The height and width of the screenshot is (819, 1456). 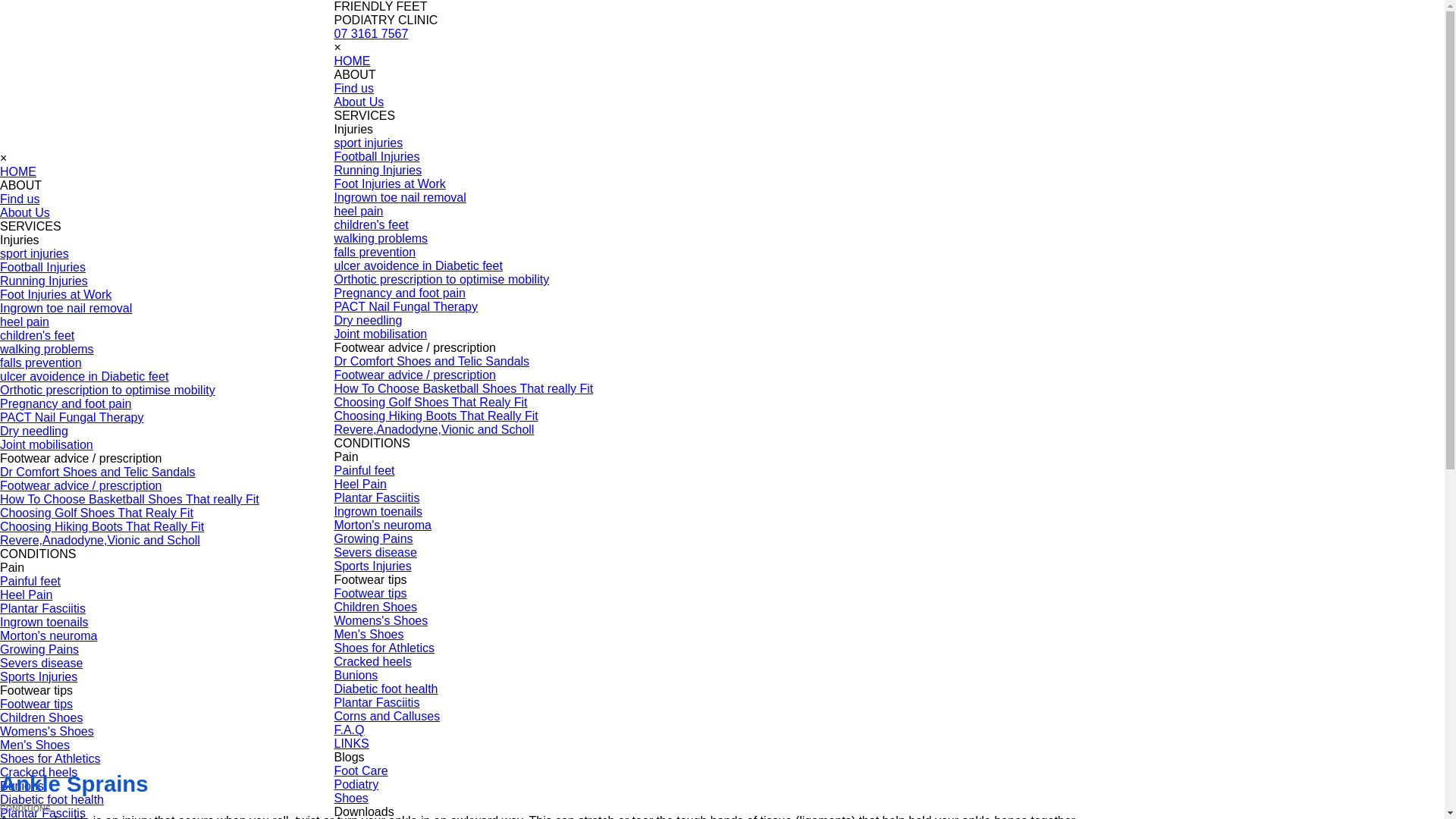 I want to click on 'How To Choose Basketball Shoes That really Fit', so click(x=462, y=388).